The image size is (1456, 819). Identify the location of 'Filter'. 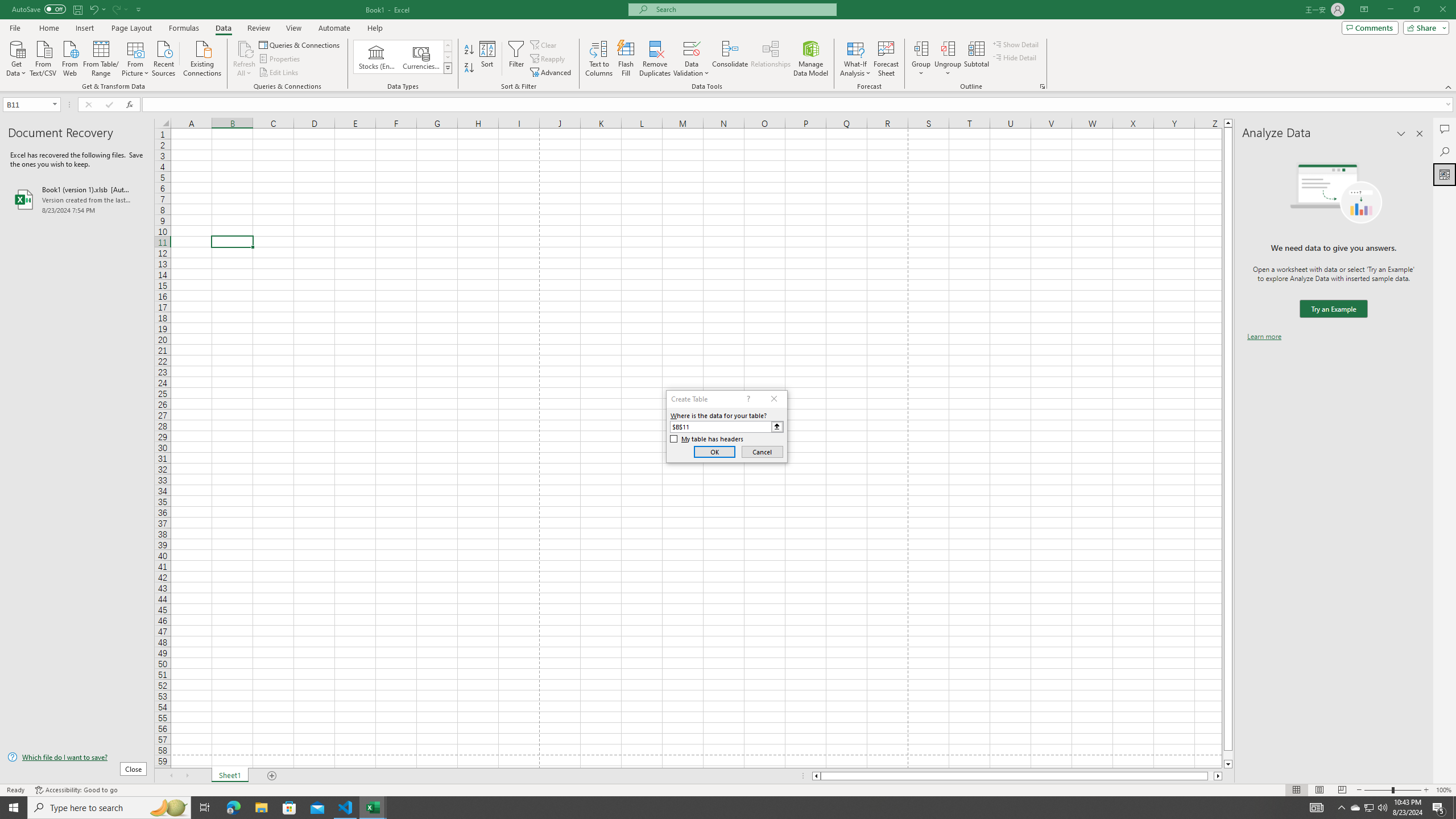
(515, 59).